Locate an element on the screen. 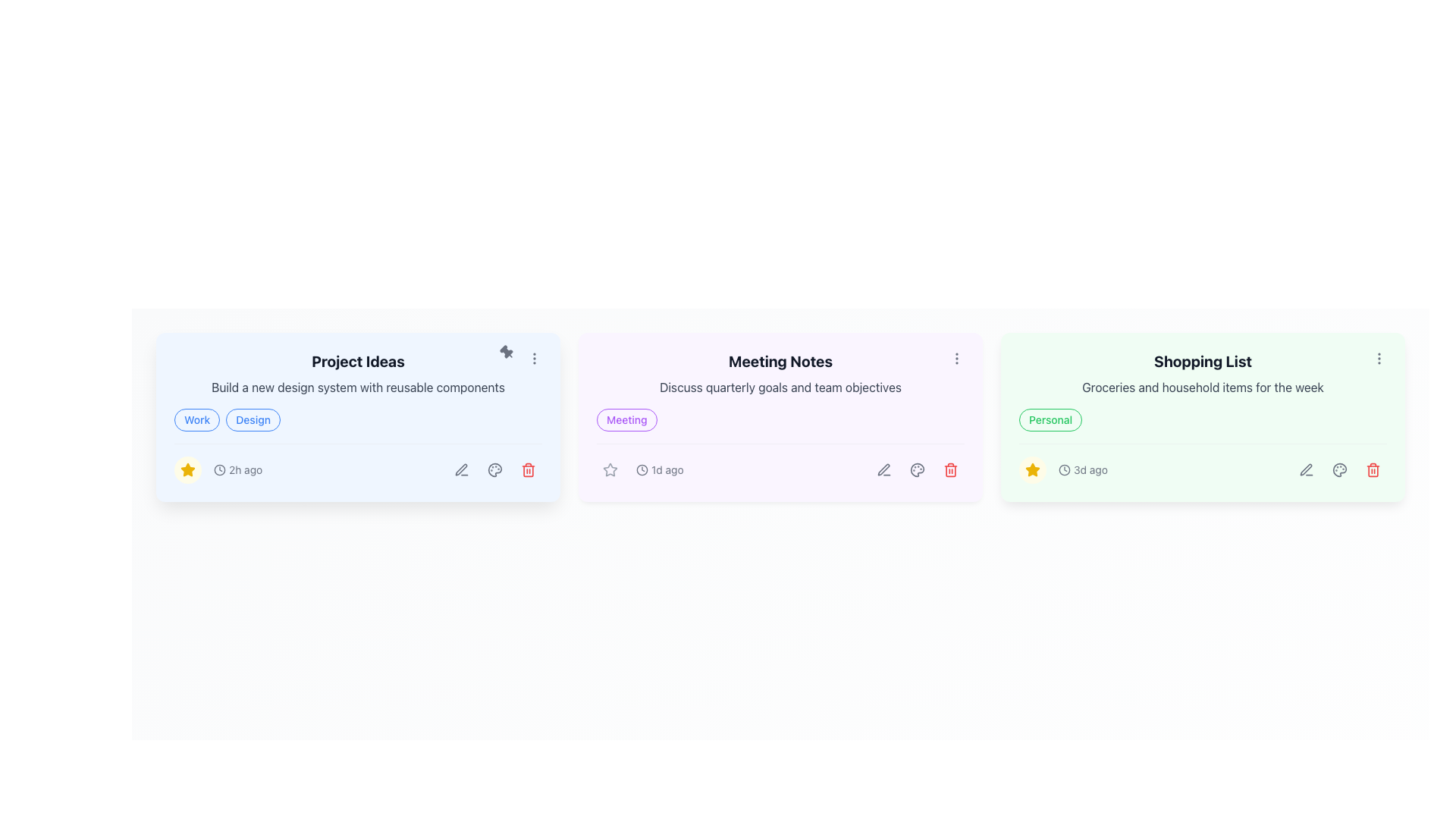  the text label displaying 'Discuss quarterly goals and team objectives', which is styled in gray and positioned under the 'Meeting Notes' header in a card layout is located at coordinates (780, 386).